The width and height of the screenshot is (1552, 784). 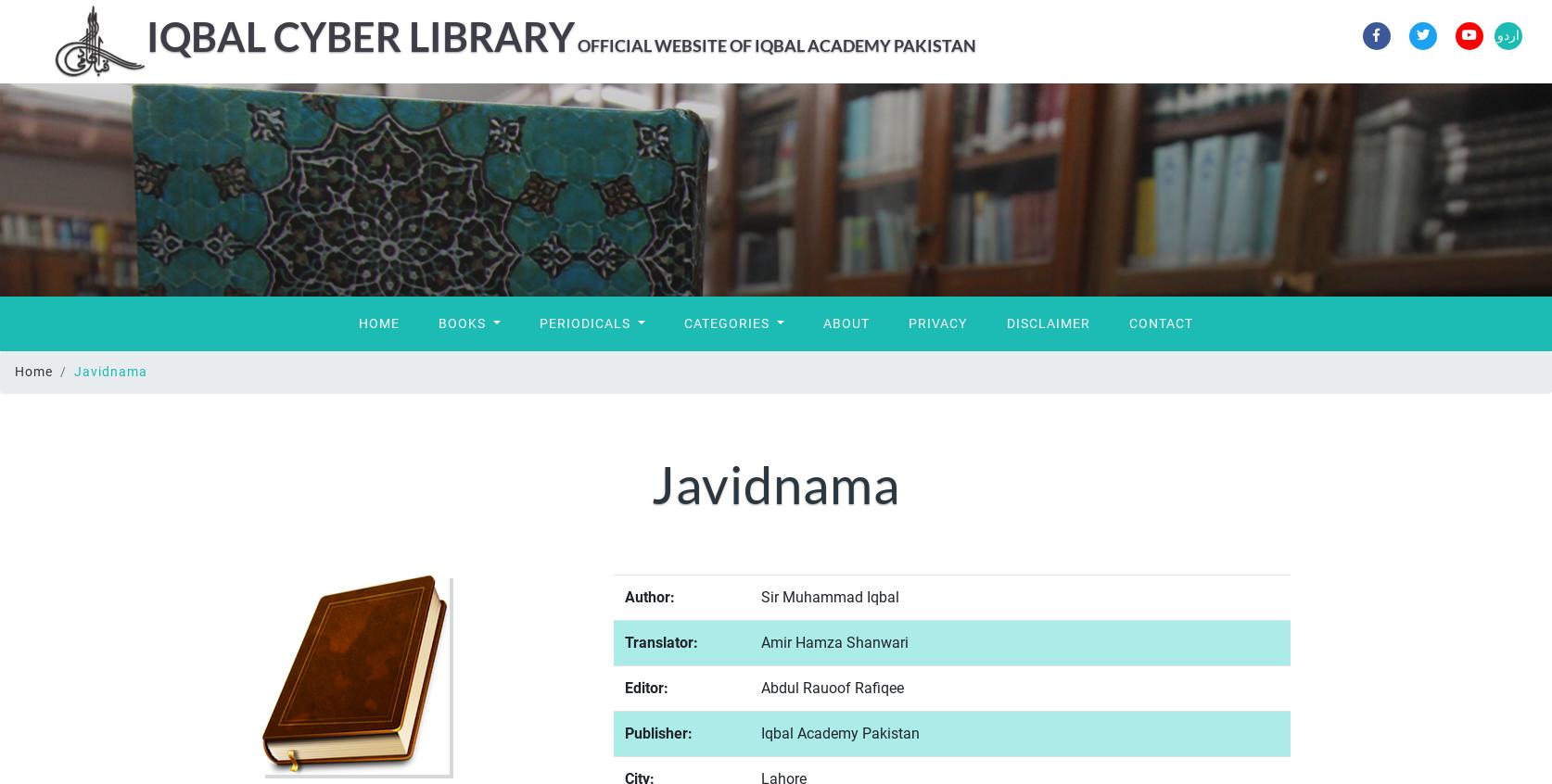 I want to click on 'Iqbal Cyber Library', so click(x=361, y=35).